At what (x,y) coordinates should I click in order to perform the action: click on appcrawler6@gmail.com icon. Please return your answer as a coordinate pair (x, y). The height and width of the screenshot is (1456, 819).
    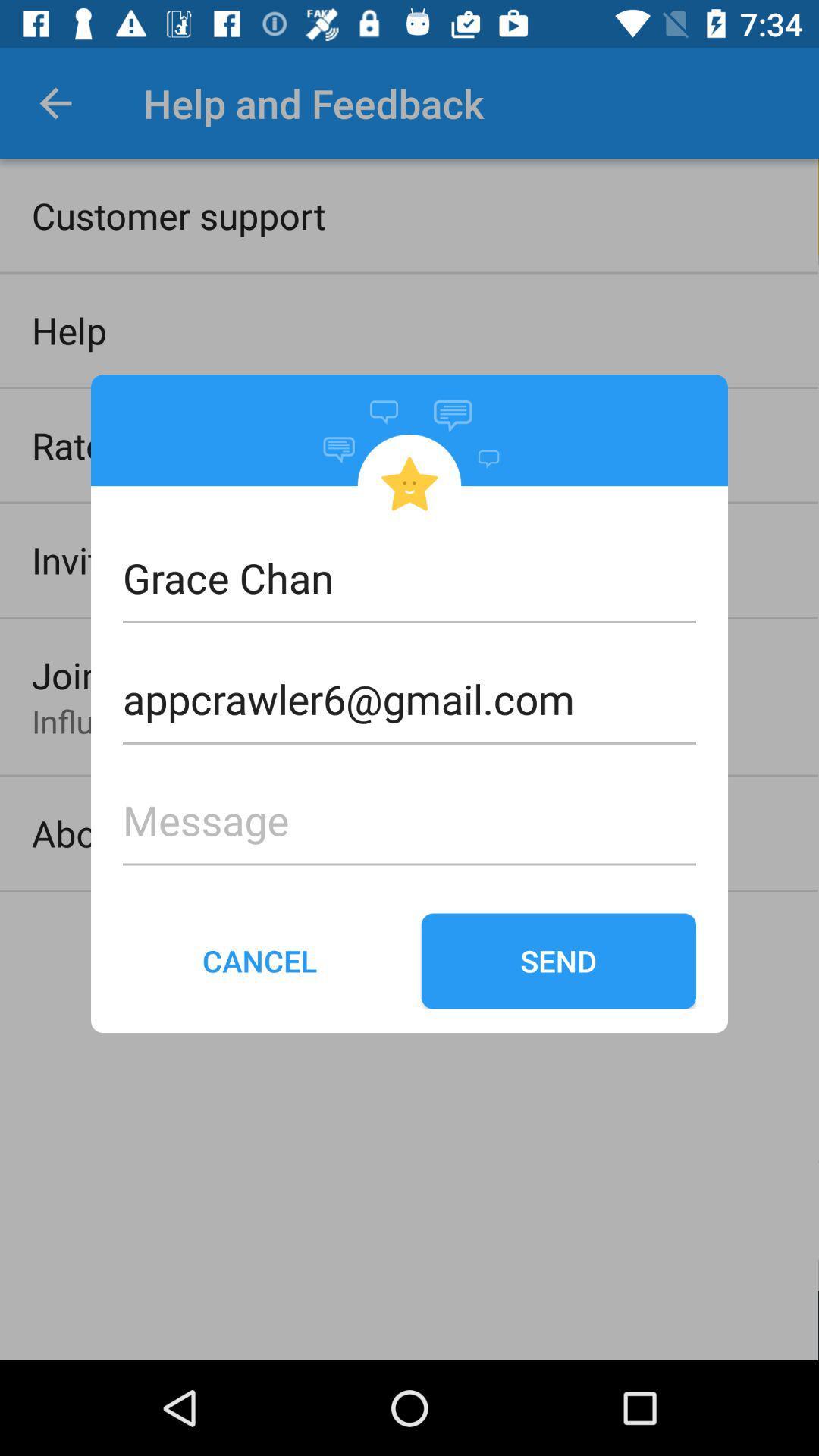
    Looking at the image, I should click on (409, 673).